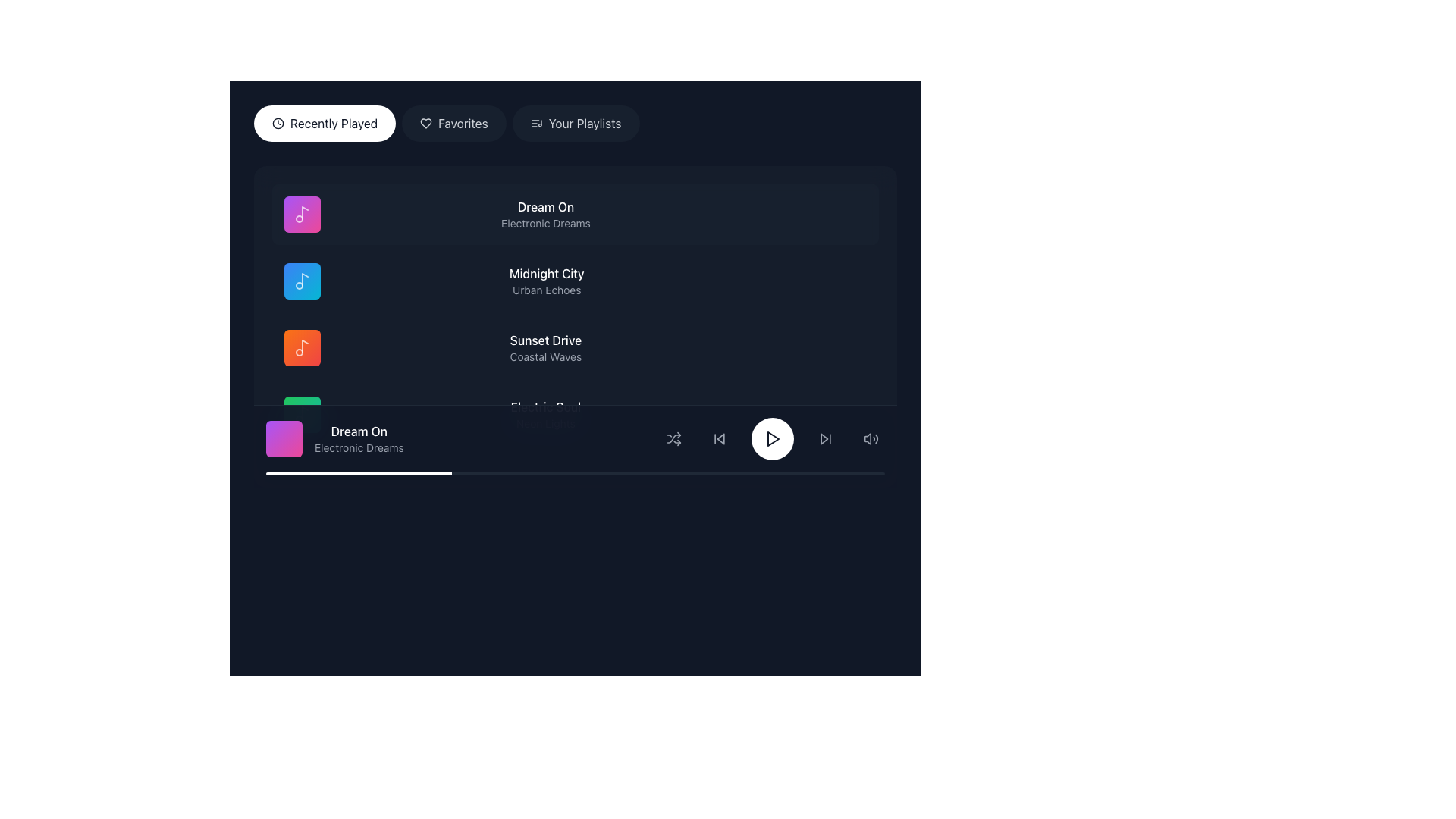 The width and height of the screenshot is (1456, 819). What do you see at coordinates (302, 281) in the screenshot?
I see `the square-shaped icon with a gradient background and a music note symbol, representing 'Midnight City' by 'Urban Echoes'` at bounding box center [302, 281].